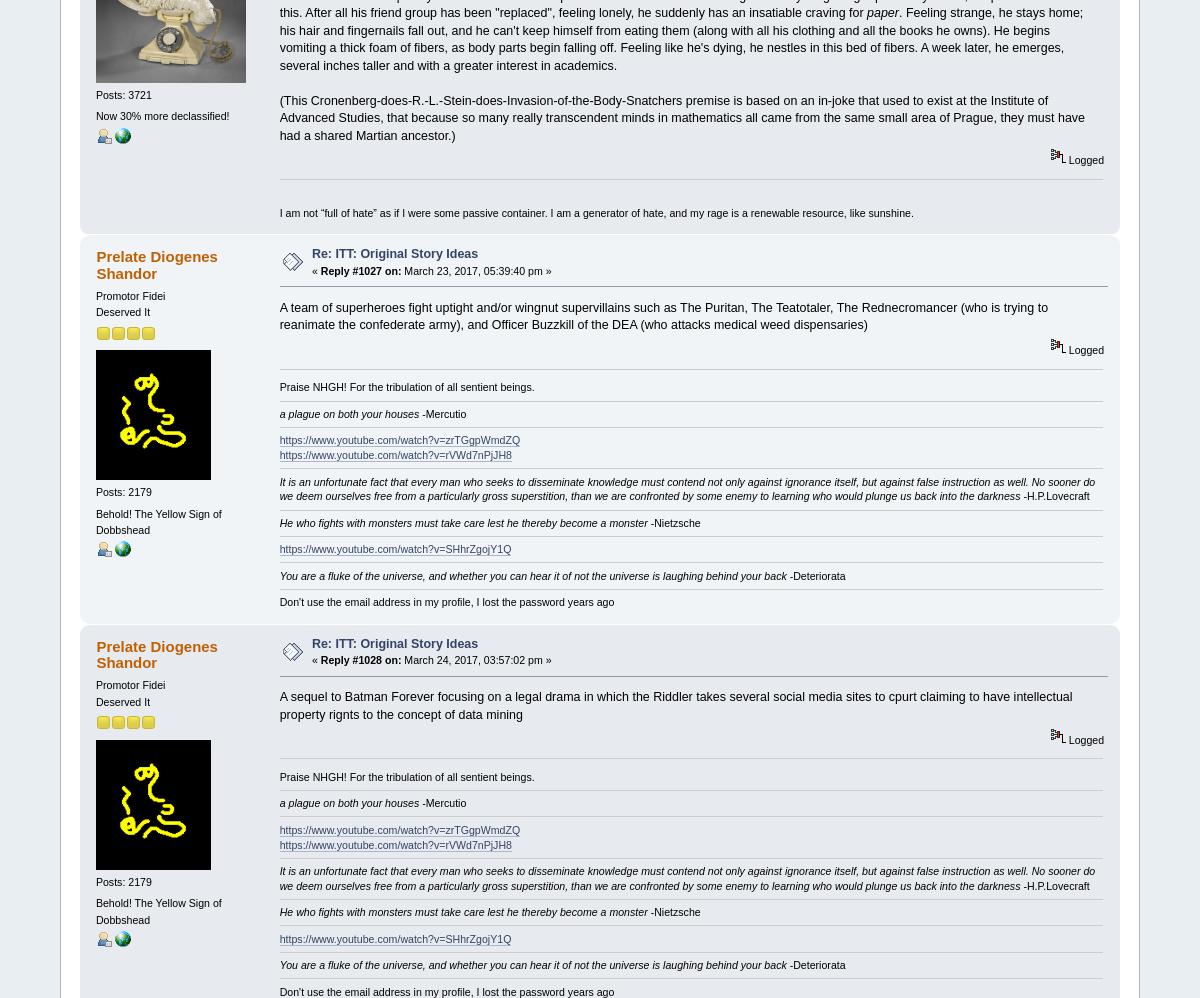 The width and height of the screenshot is (1200, 998). What do you see at coordinates (675, 705) in the screenshot?
I see `'A sequel to Batman Forever focusing on a legal drama in which the Riddler takes several social media sites to cpurt claiming to have intellectual property rignts to the concept of data mining'` at bounding box center [675, 705].